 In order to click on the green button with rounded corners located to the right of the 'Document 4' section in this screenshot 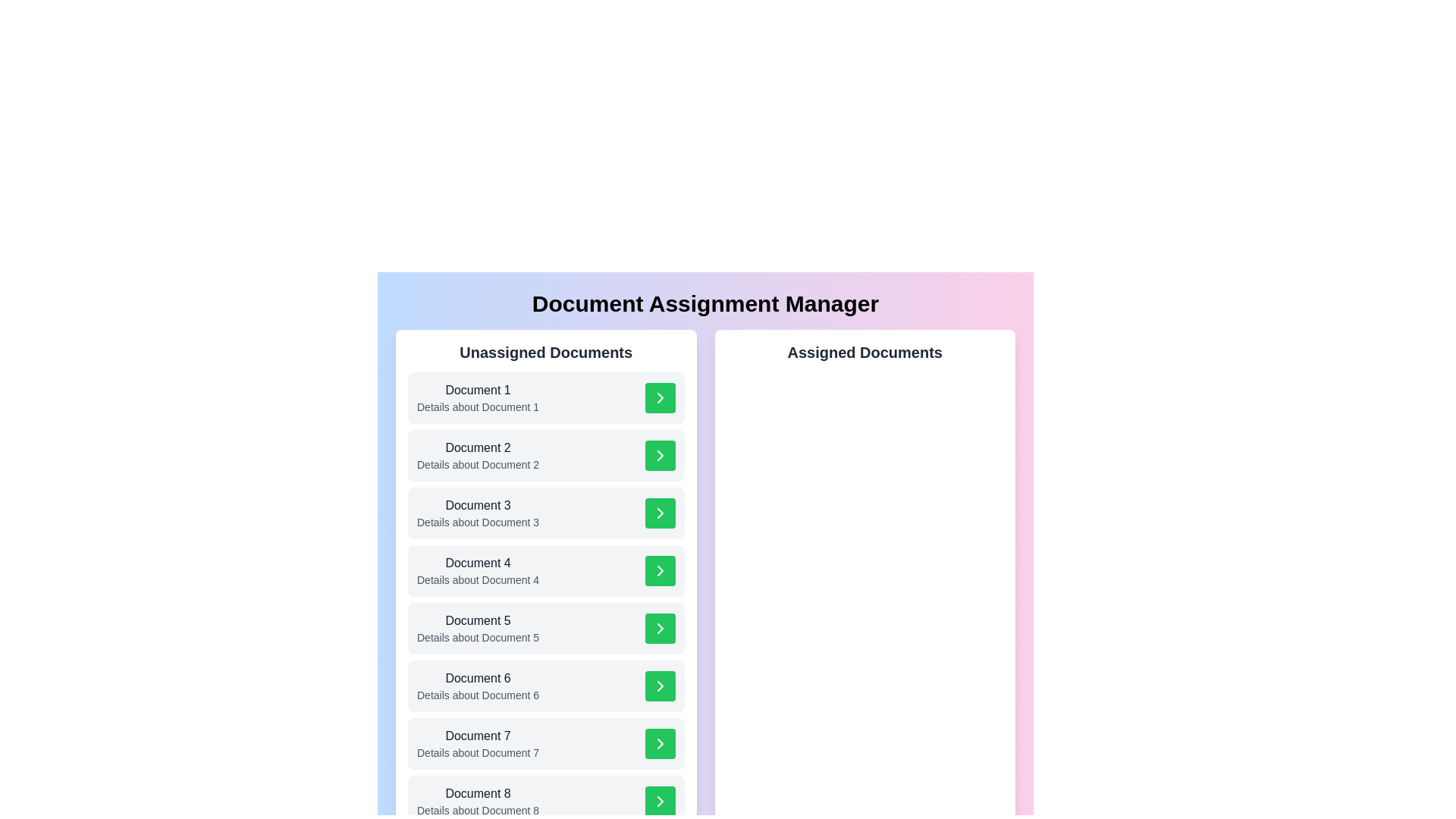, I will do `click(660, 570)`.